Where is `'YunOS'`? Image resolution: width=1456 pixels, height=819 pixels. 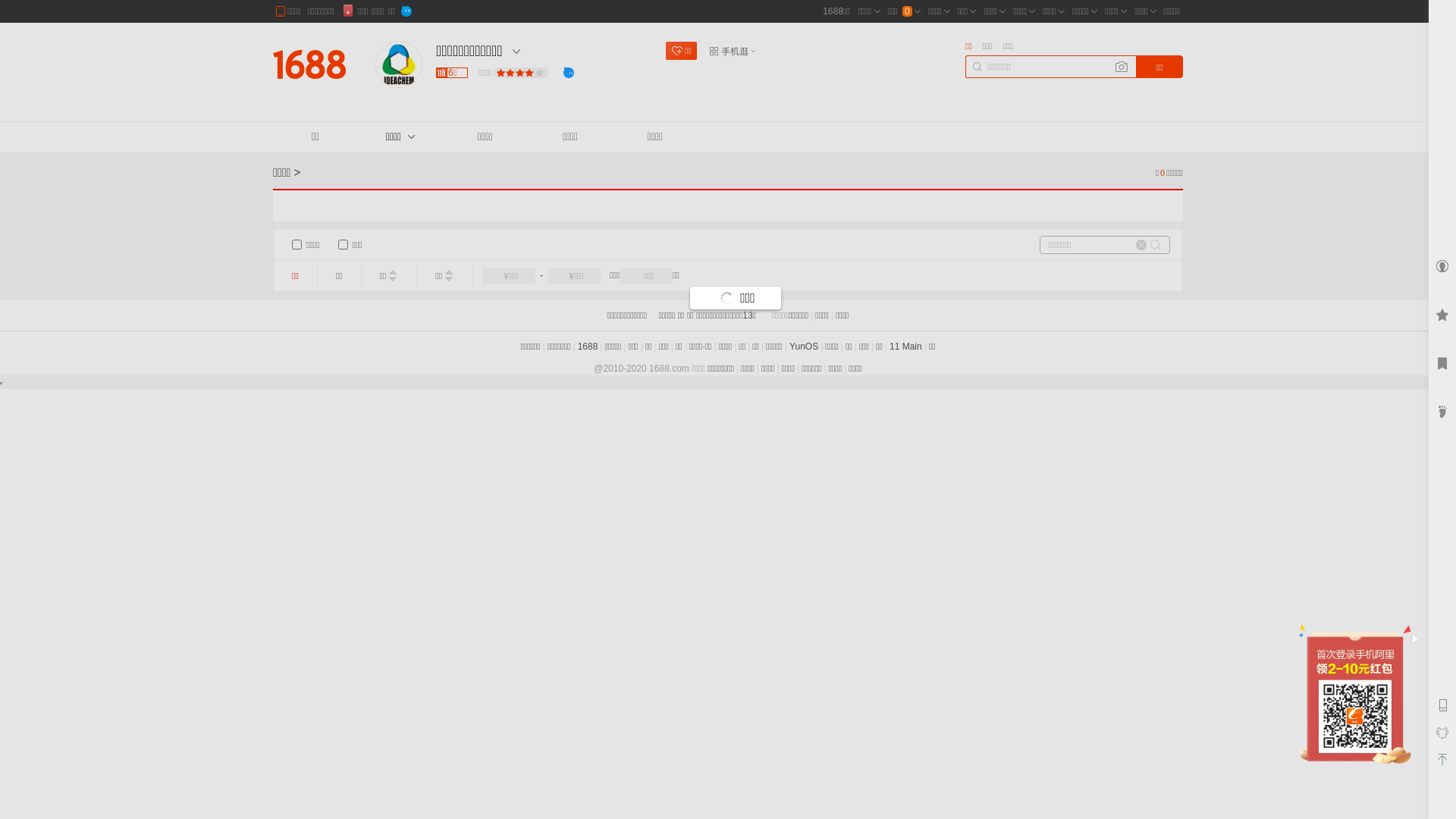
'YunOS' is located at coordinates (803, 346).